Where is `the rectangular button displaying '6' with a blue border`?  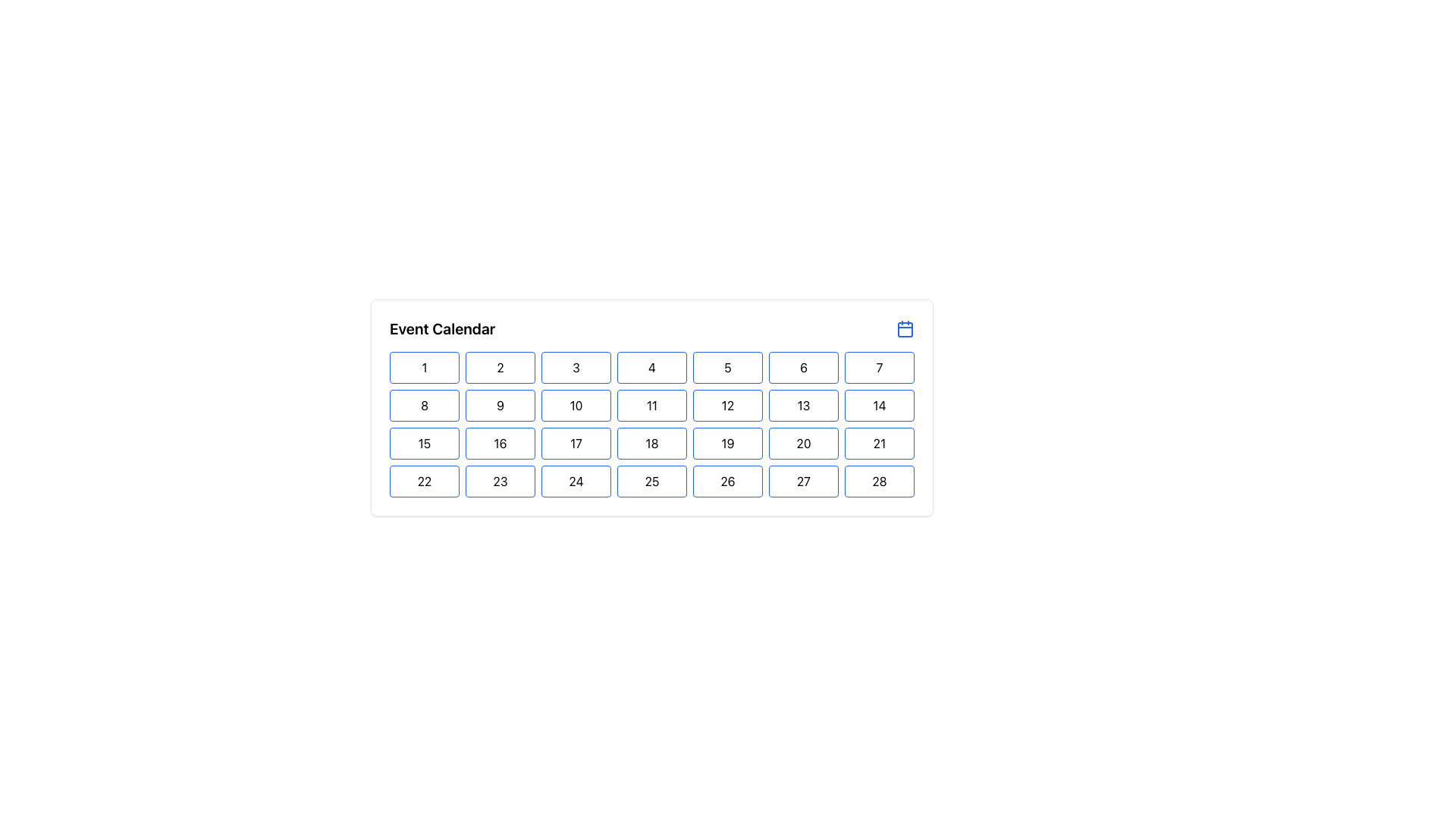 the rectangular button displaying '6' with a blue border is located at coordinates (803, 368).